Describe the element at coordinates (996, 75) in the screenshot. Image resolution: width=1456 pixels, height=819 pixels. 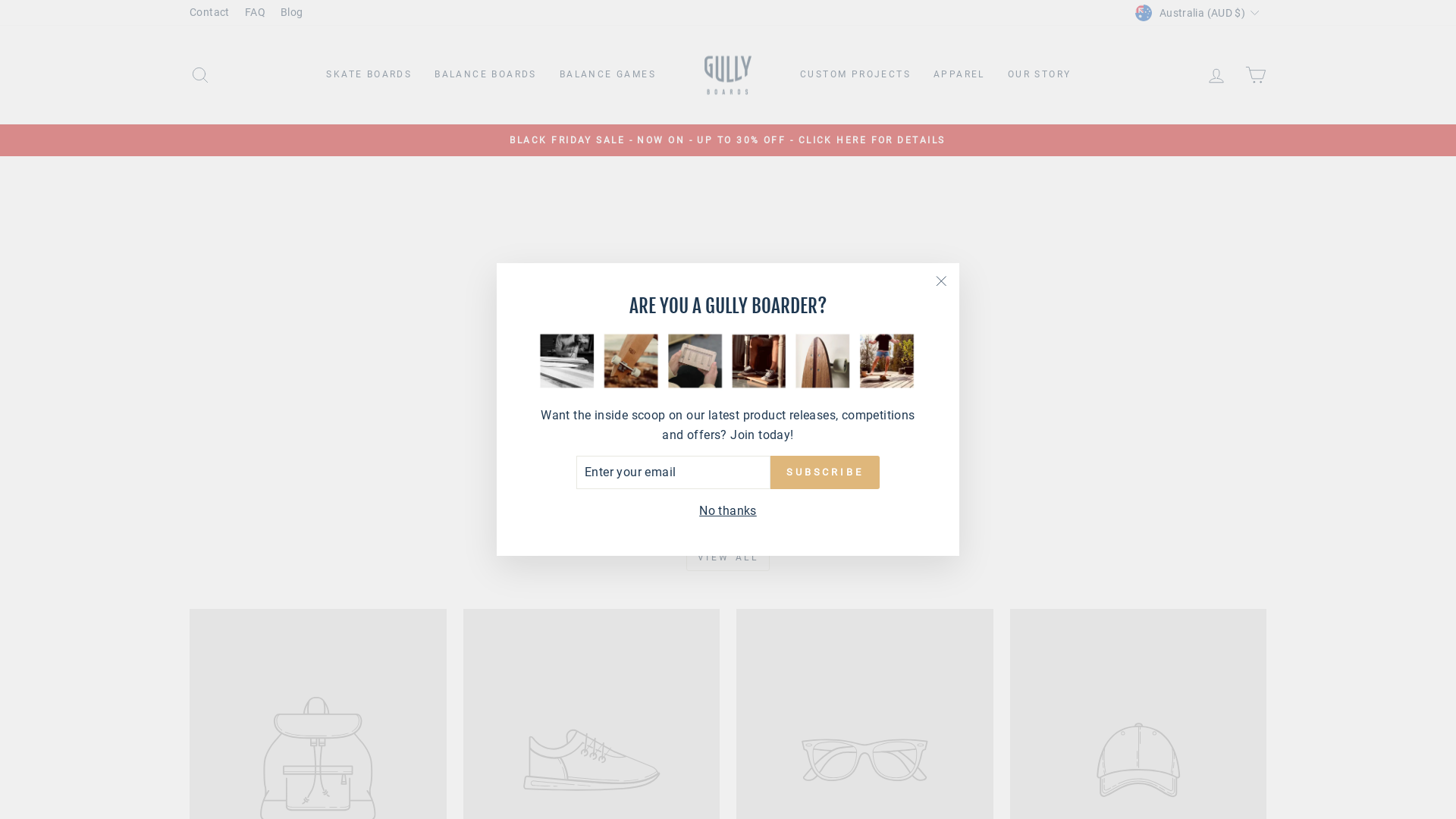
I see `'OUR STORY'` at that location.